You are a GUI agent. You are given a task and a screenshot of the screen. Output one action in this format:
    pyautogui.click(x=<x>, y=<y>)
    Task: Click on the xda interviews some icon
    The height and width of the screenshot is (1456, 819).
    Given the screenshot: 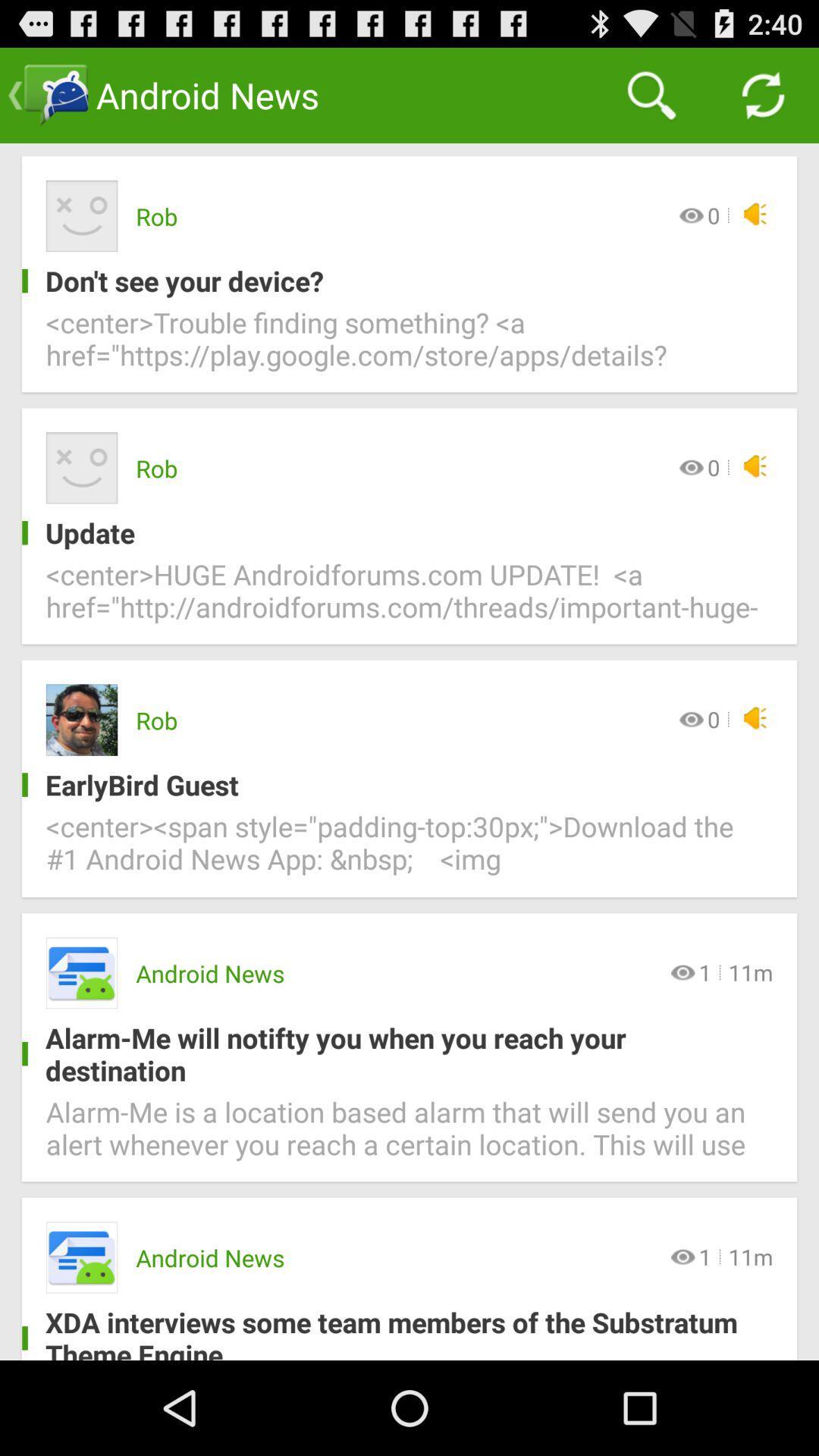 What is the action you would take?
    pyautogui.click(x=397, y=1331)
    